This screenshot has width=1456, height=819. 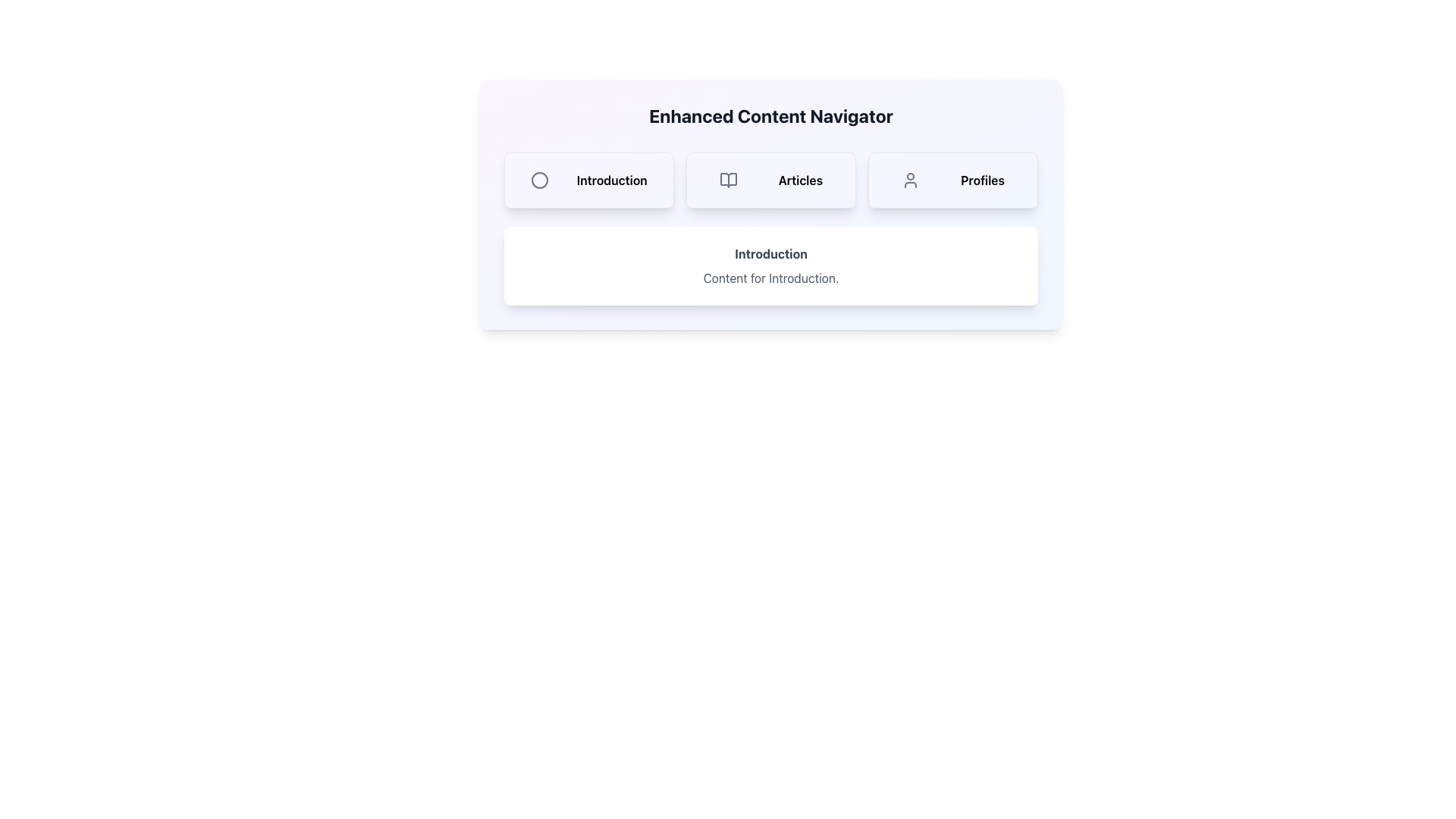 What do you see at coordinates (588, 180) in the screenshot?
I see `the 'Introduction' button located on the leftmost part of the navigation section titled 'Enhanced Content Navigator'` at bounding box center [588, 180].